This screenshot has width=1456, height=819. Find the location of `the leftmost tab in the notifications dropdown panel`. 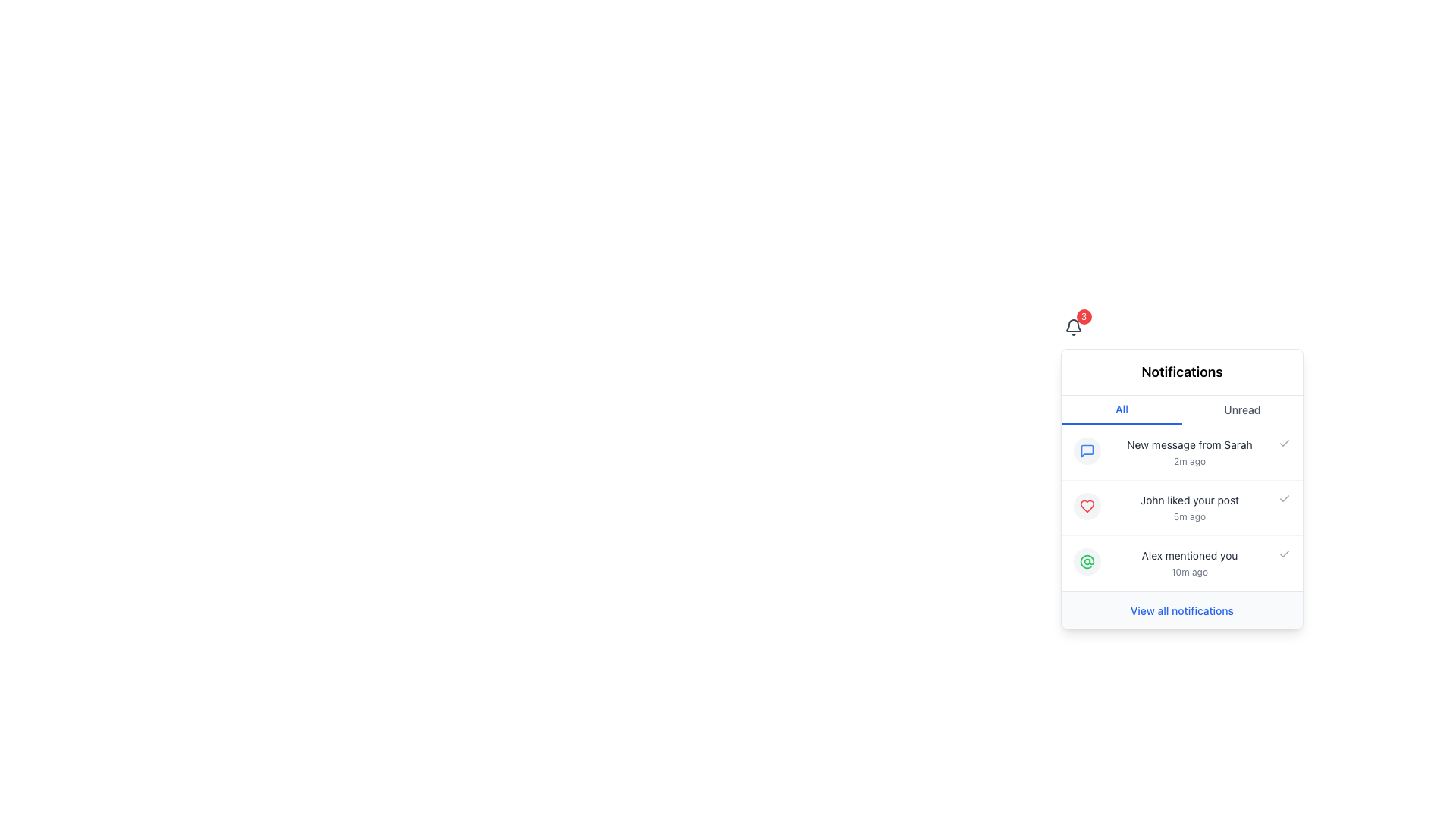

the leftmost tab in the notifications dropdown panel is located at coordinates (1122, 409).